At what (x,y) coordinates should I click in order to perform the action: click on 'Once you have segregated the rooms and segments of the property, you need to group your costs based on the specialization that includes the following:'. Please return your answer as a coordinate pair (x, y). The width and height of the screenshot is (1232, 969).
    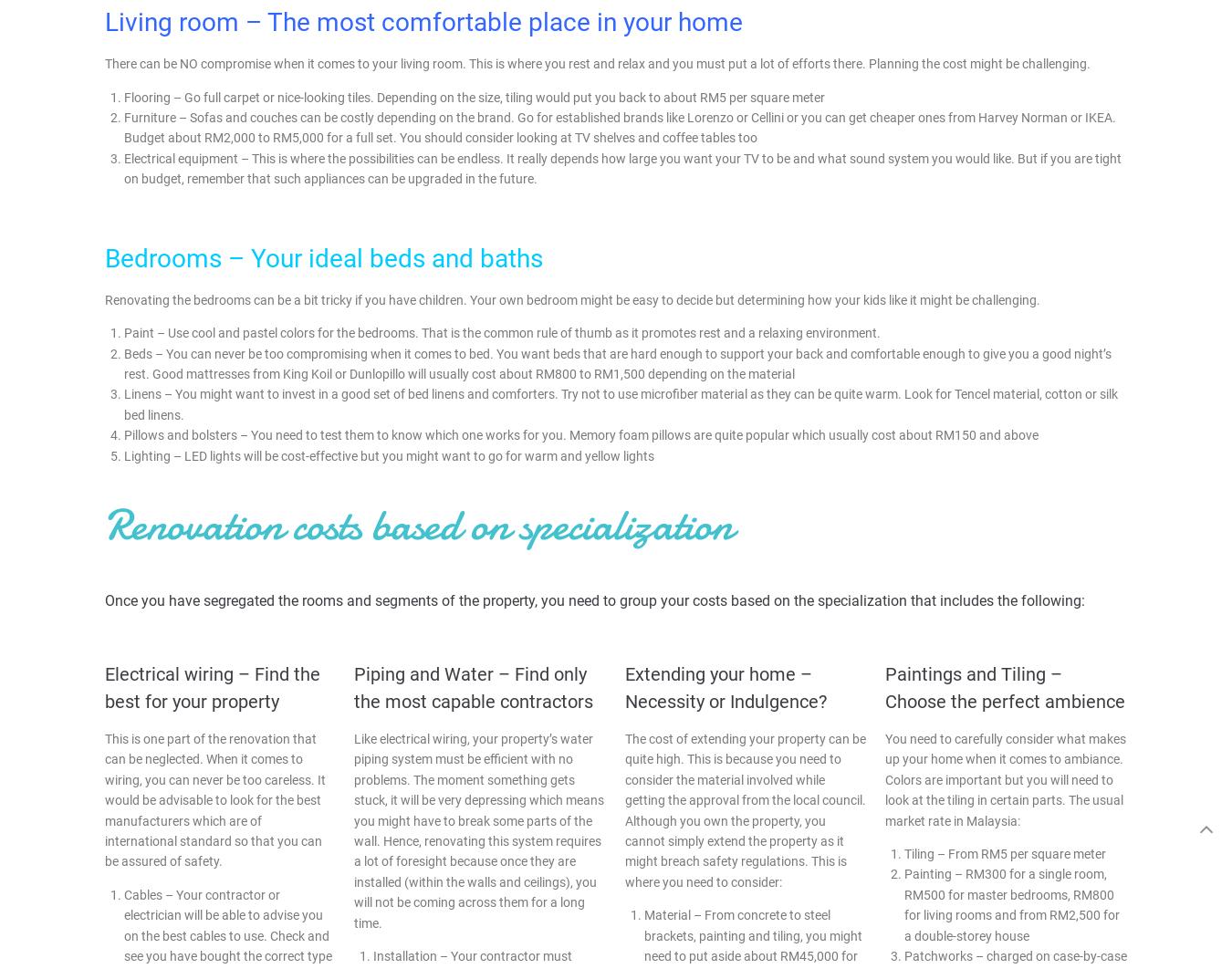
    Looking at the image, I should click on (595, 599).